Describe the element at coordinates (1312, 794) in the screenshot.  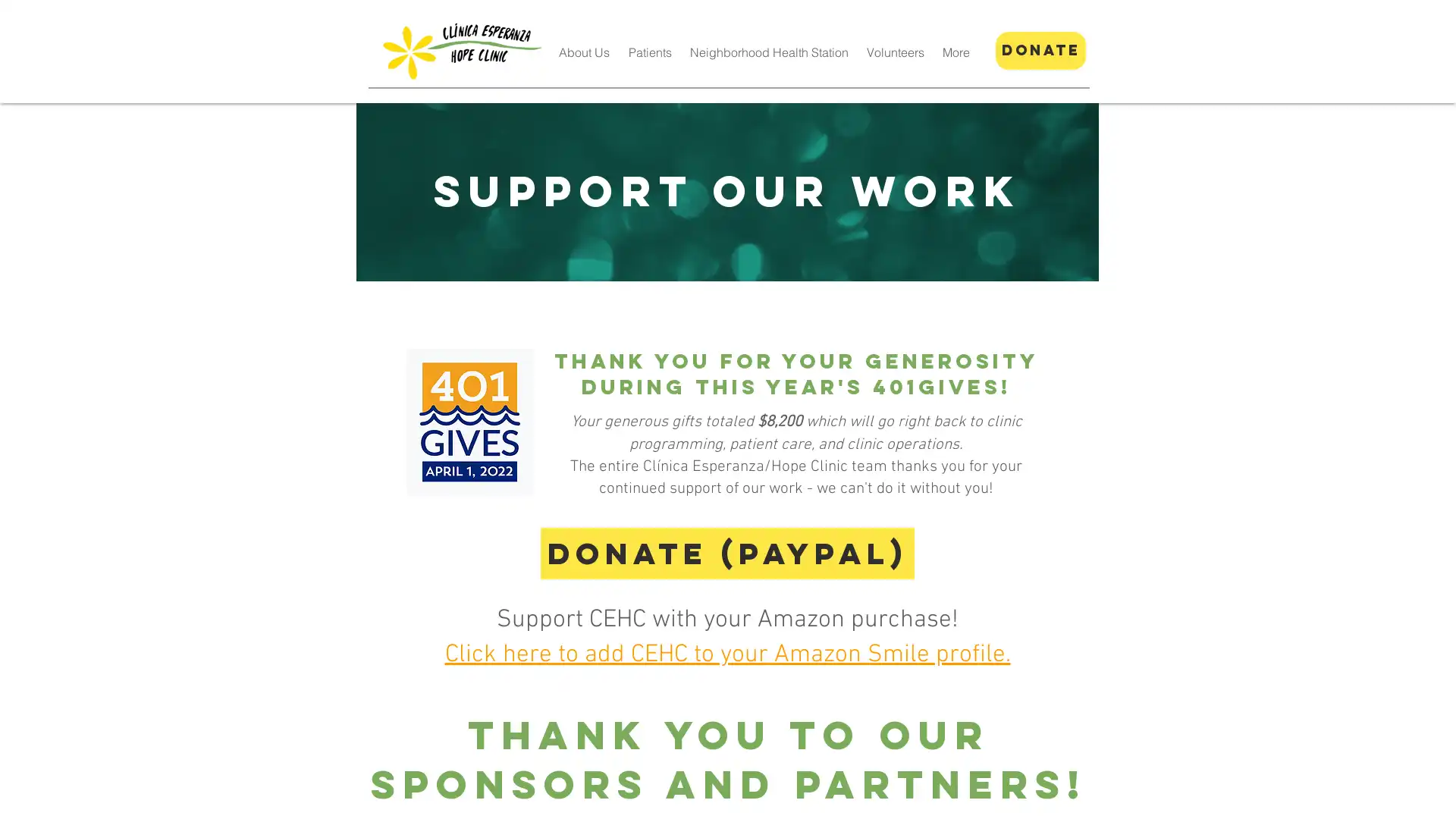
I see `Settings` at that location.